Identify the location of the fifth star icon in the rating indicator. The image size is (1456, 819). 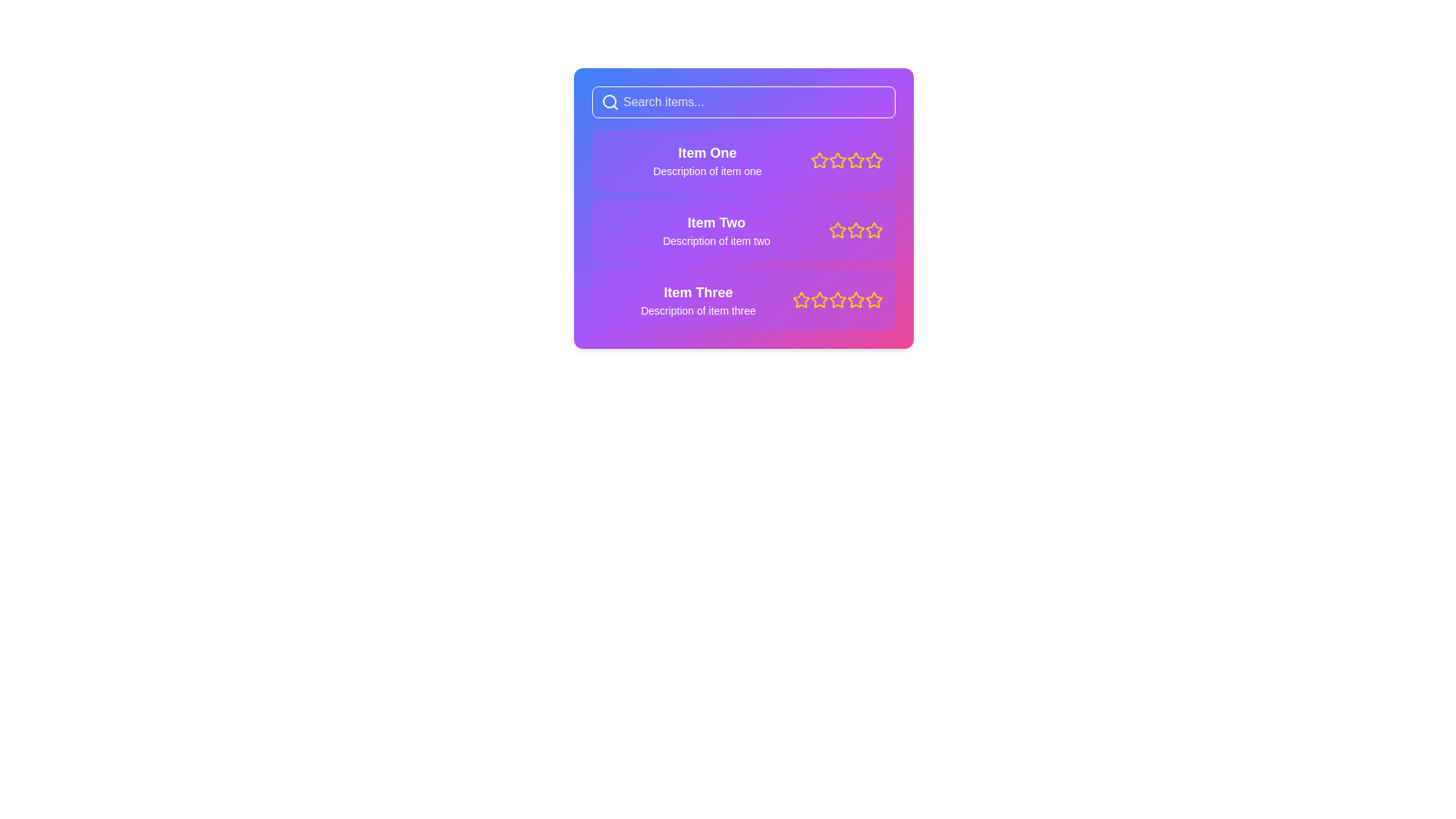
(874, 160).